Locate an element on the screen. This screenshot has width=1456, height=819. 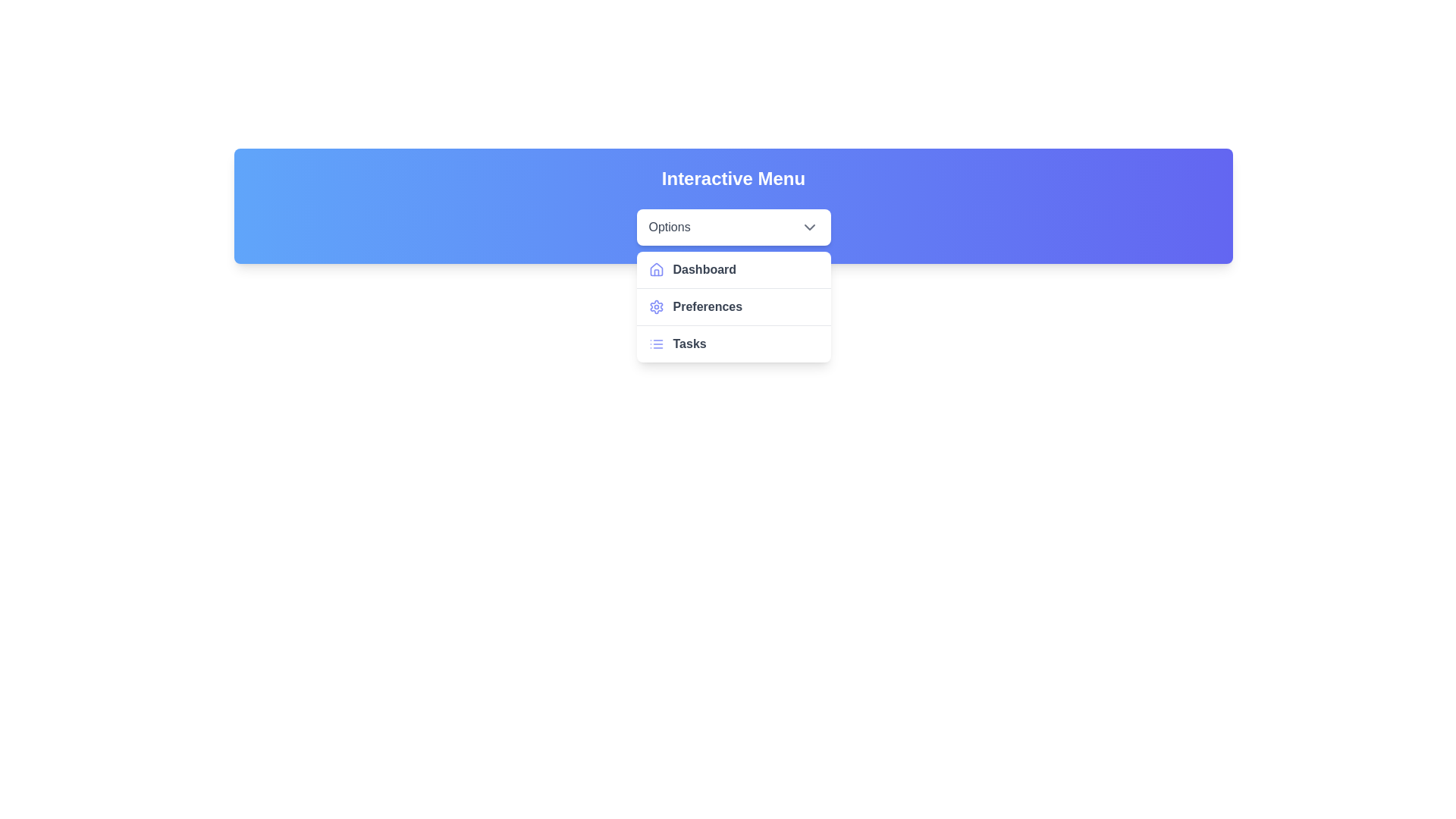
the 'Tasks' text label within the dropdown menu that is positioned below the 'Preferences' menu item is located at coordinates (689, 344).